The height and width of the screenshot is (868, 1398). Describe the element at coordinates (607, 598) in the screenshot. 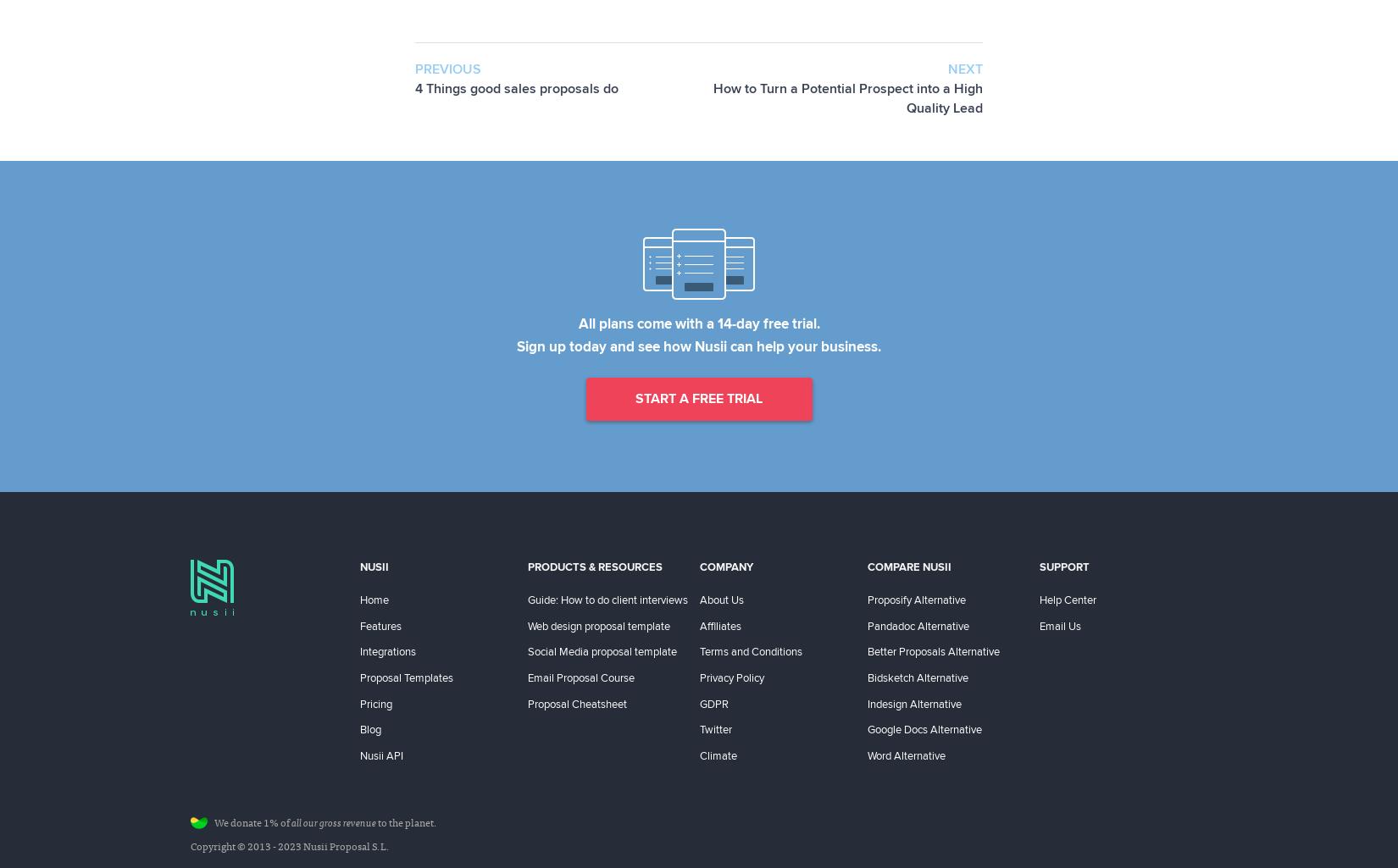

I see `'Guide: How to do client interviews'` at that location.